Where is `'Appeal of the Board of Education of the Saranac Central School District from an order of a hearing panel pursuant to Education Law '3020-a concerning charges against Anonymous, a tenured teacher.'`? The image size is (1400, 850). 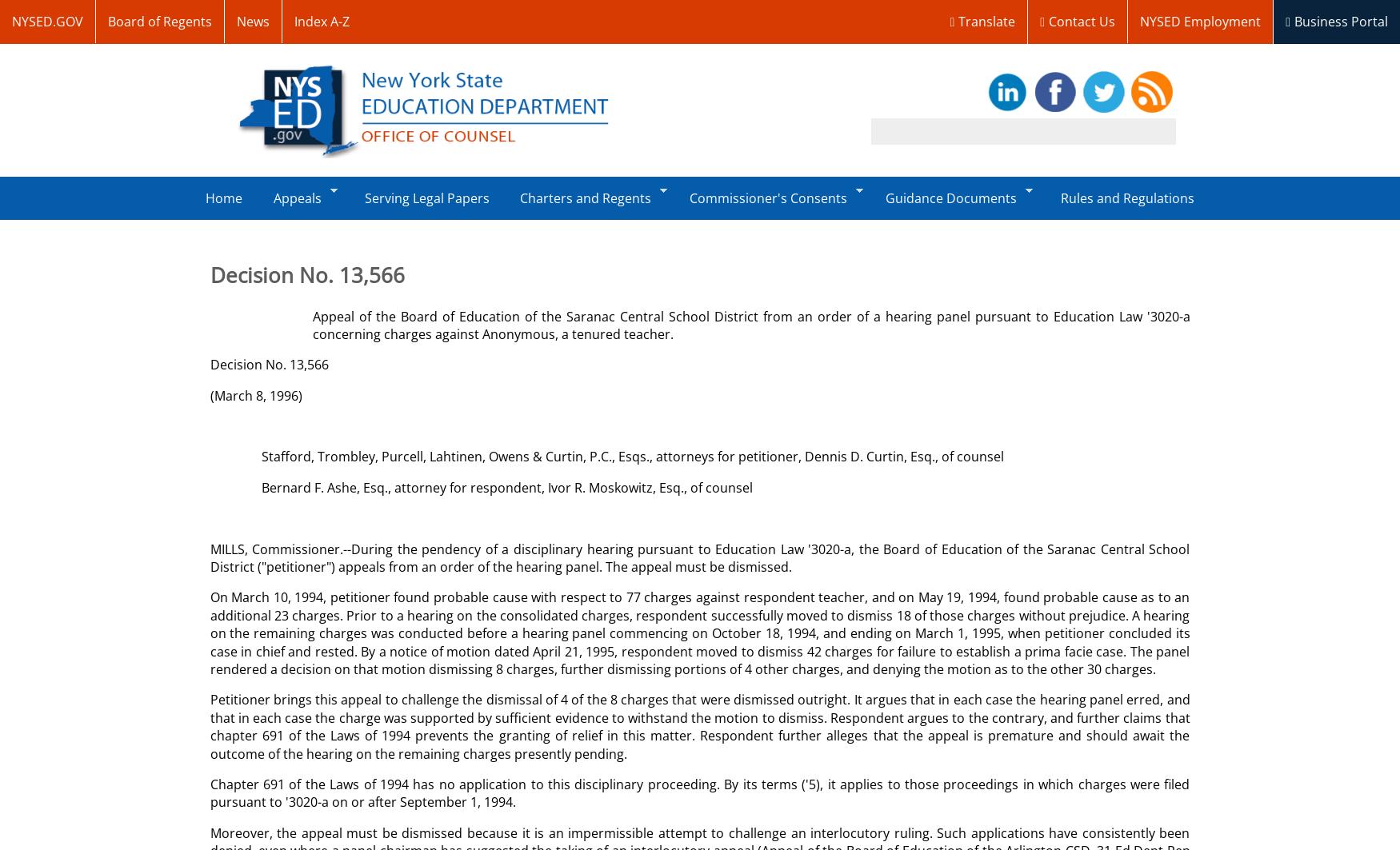 'Appeal of the Board of Education of the Saranac Central School District from an order of a hearing panel pursuant to Education Law '3020-a concerning charges against Anonymous, a tenured teacher.' is located at coordinates (750, 324).